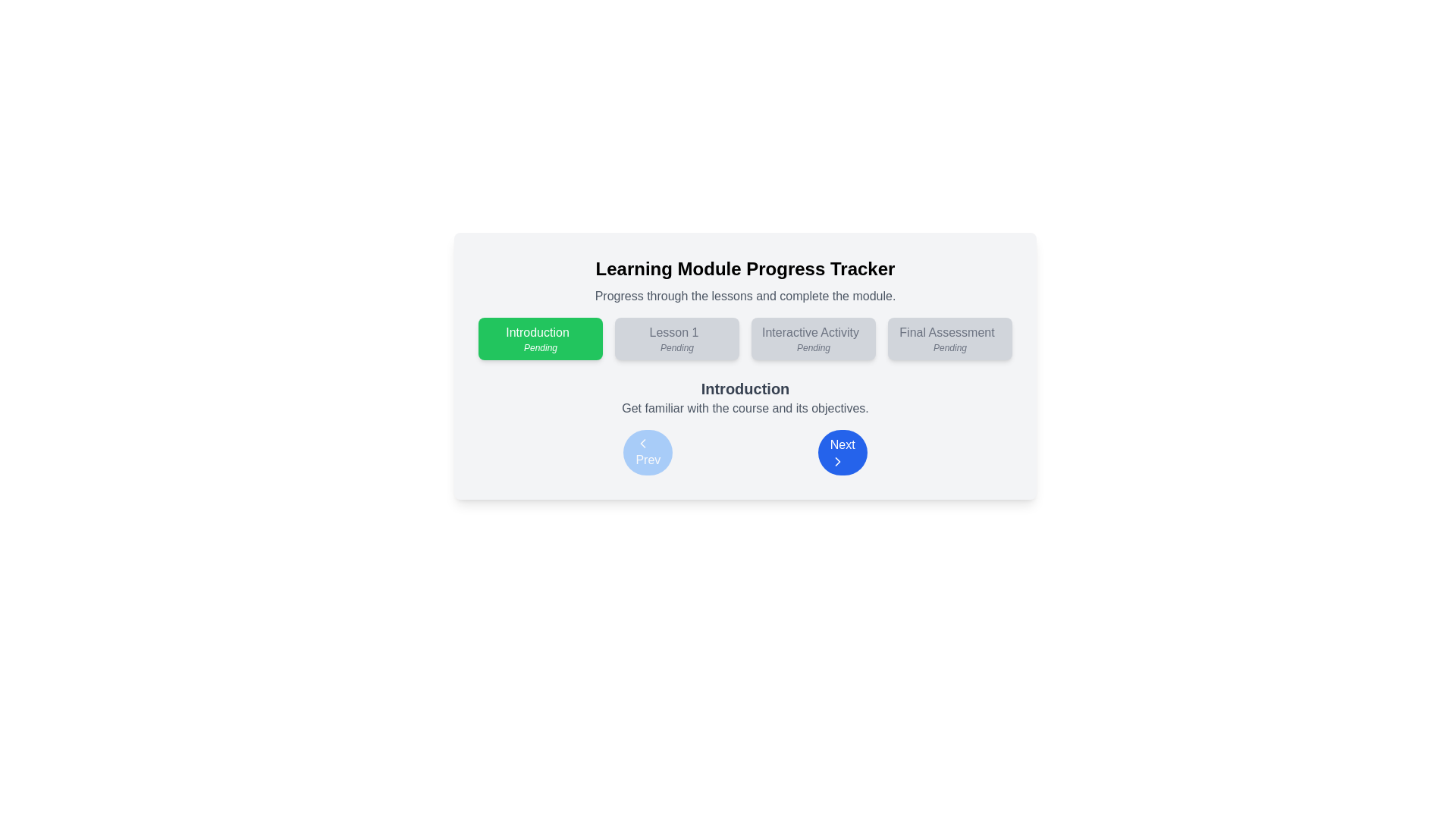  I want to click on the text label within the green button component that indicates the introductory module in the Learning Module Progress Tracker interface, so click(540, 332).